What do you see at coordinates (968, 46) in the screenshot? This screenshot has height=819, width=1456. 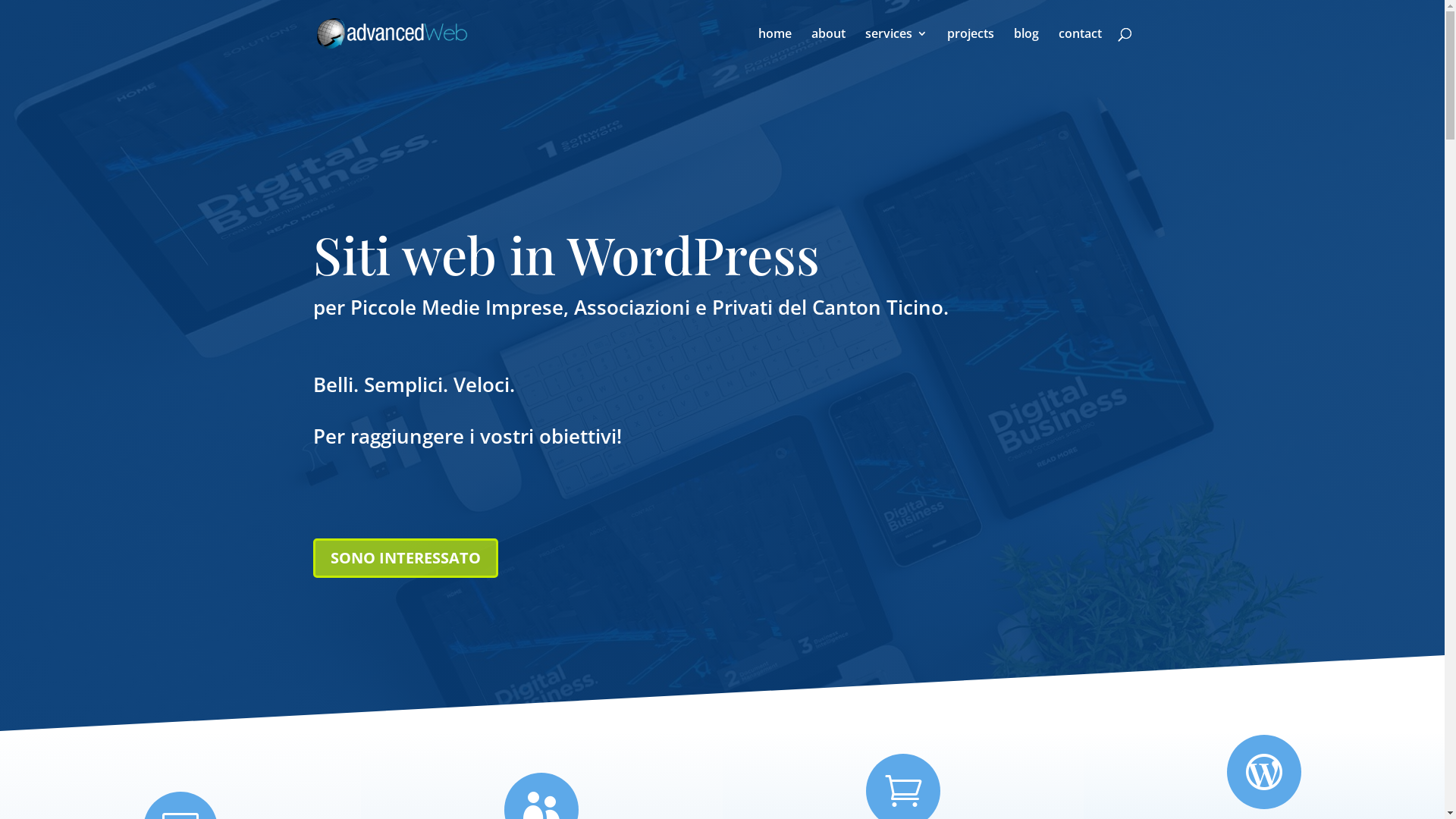 I see `'projects'` at bounding box center [968, 46].